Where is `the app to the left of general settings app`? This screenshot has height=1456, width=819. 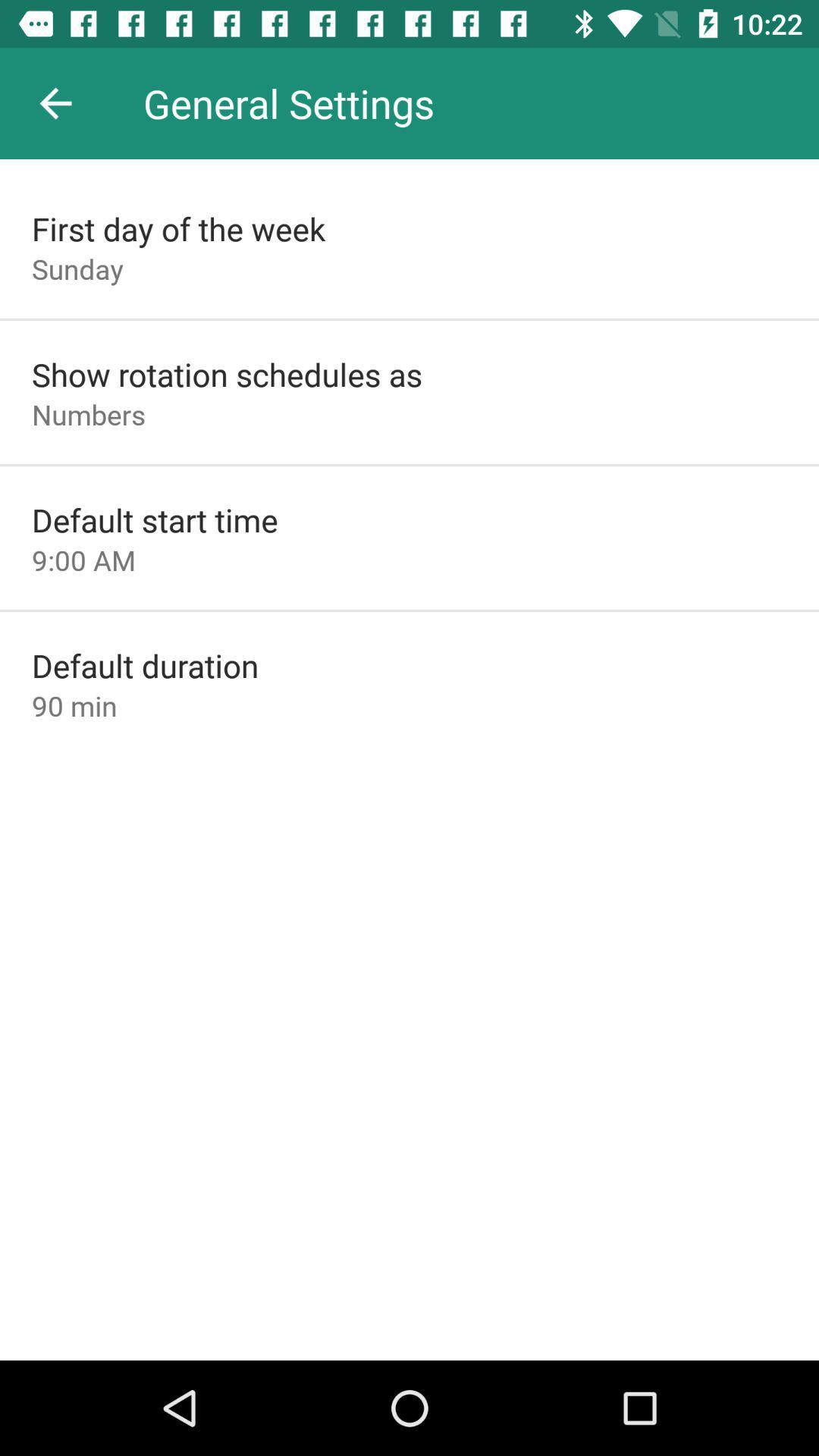
the app to the left of general settings app is located at coordinates (55, 102).